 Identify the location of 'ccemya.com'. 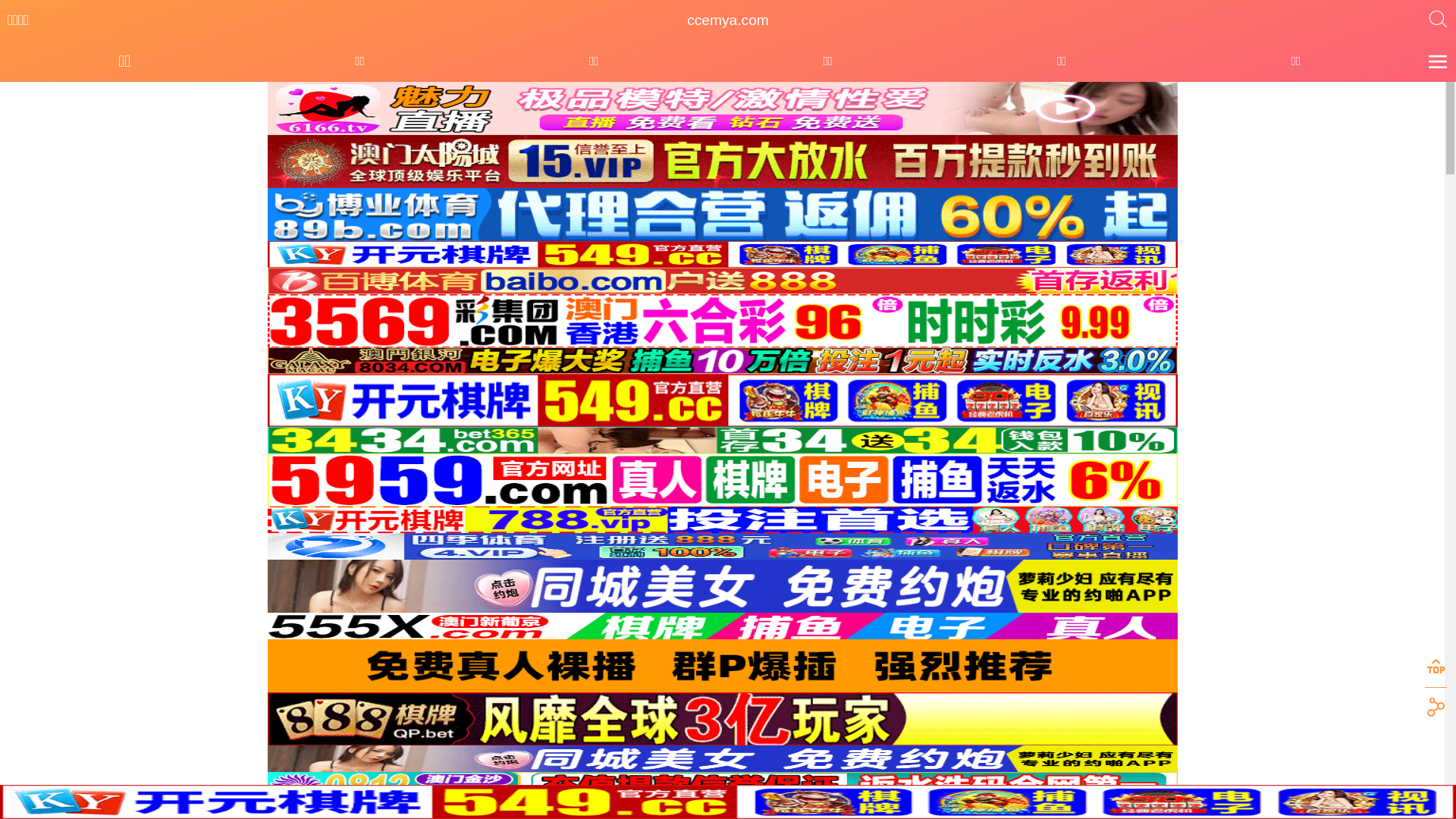
(728, 20).